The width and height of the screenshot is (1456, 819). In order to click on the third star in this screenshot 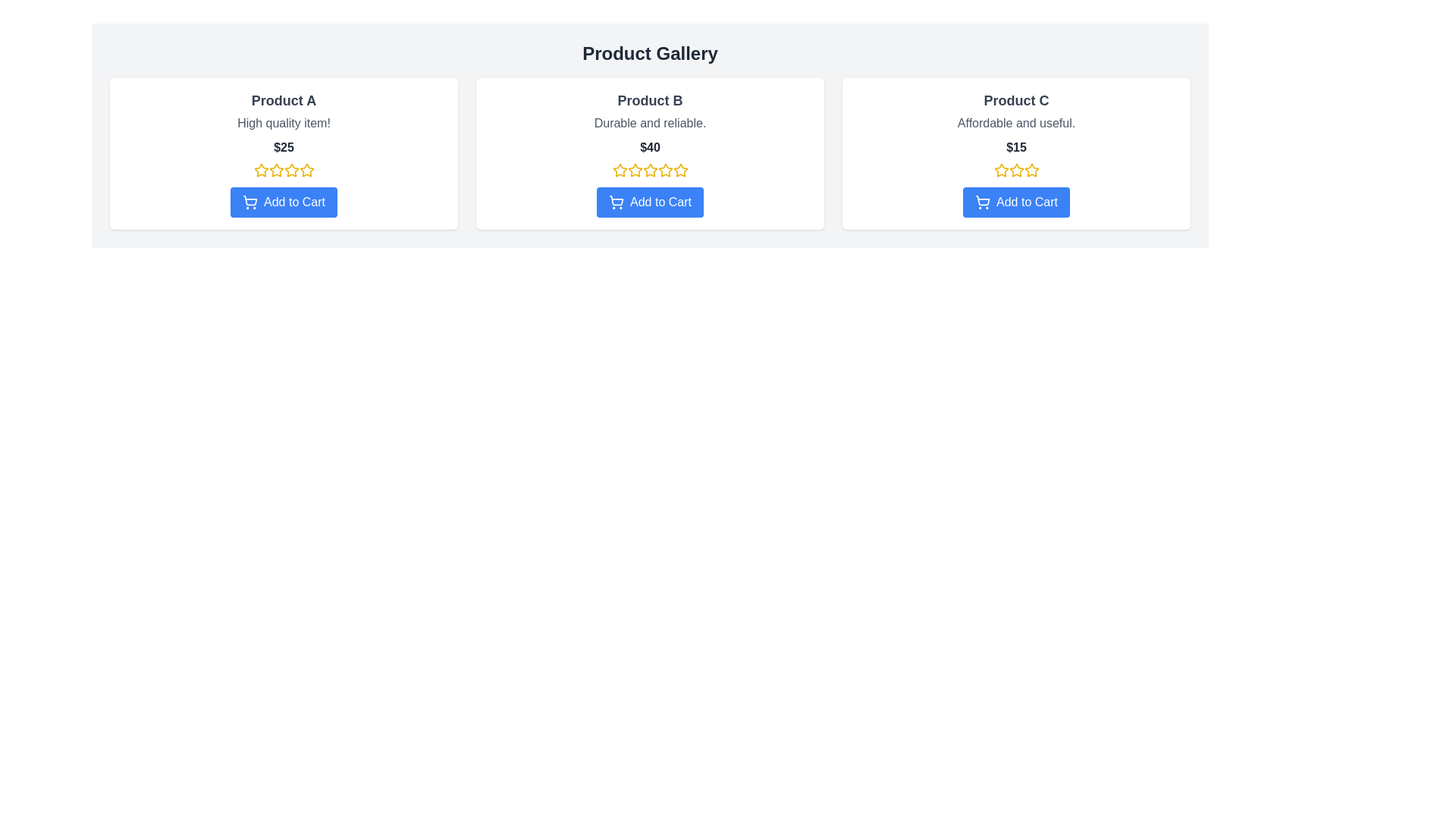, I will do `click(1015, 169)`.